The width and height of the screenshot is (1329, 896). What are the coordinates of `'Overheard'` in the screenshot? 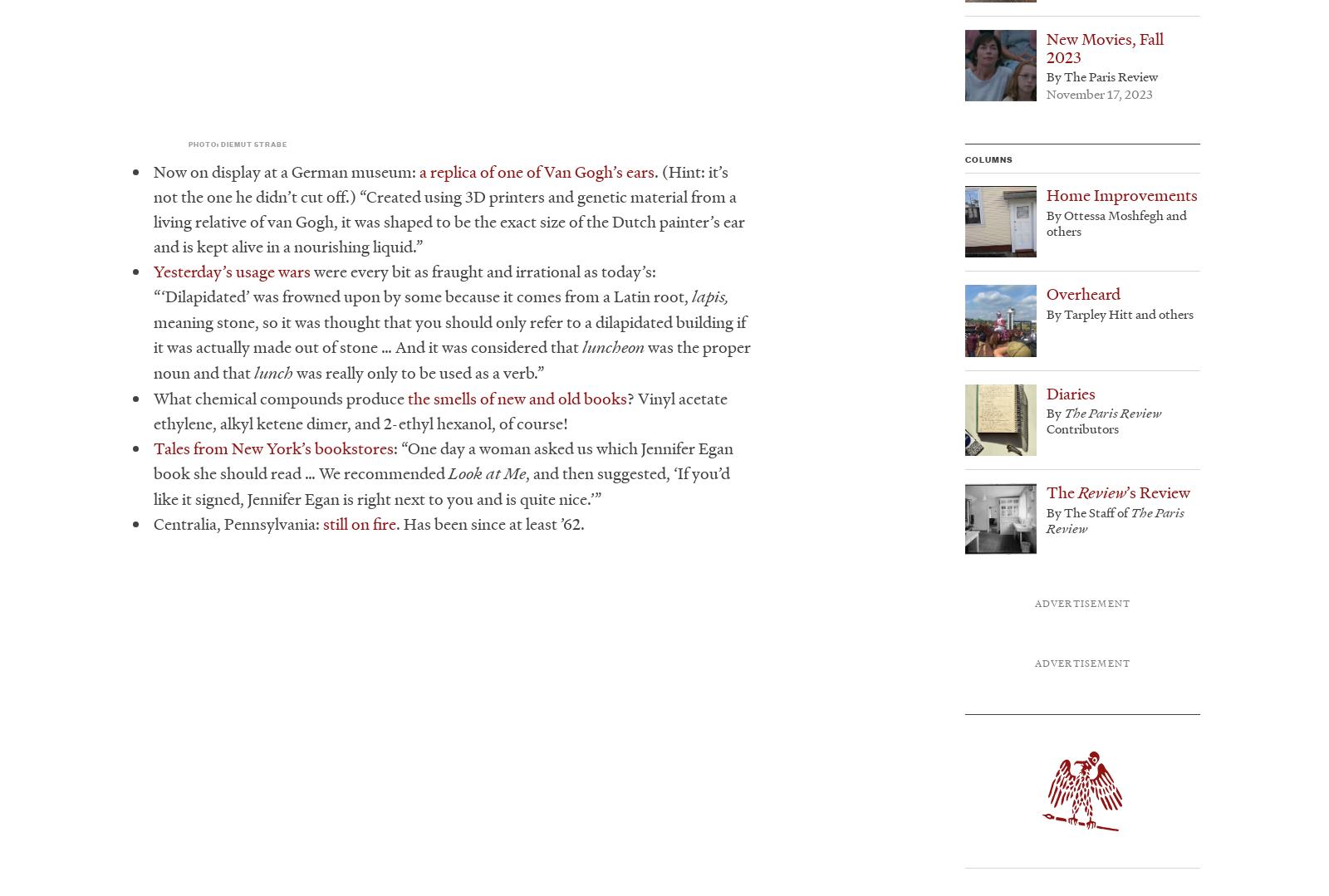 It's located at (1046, 294).